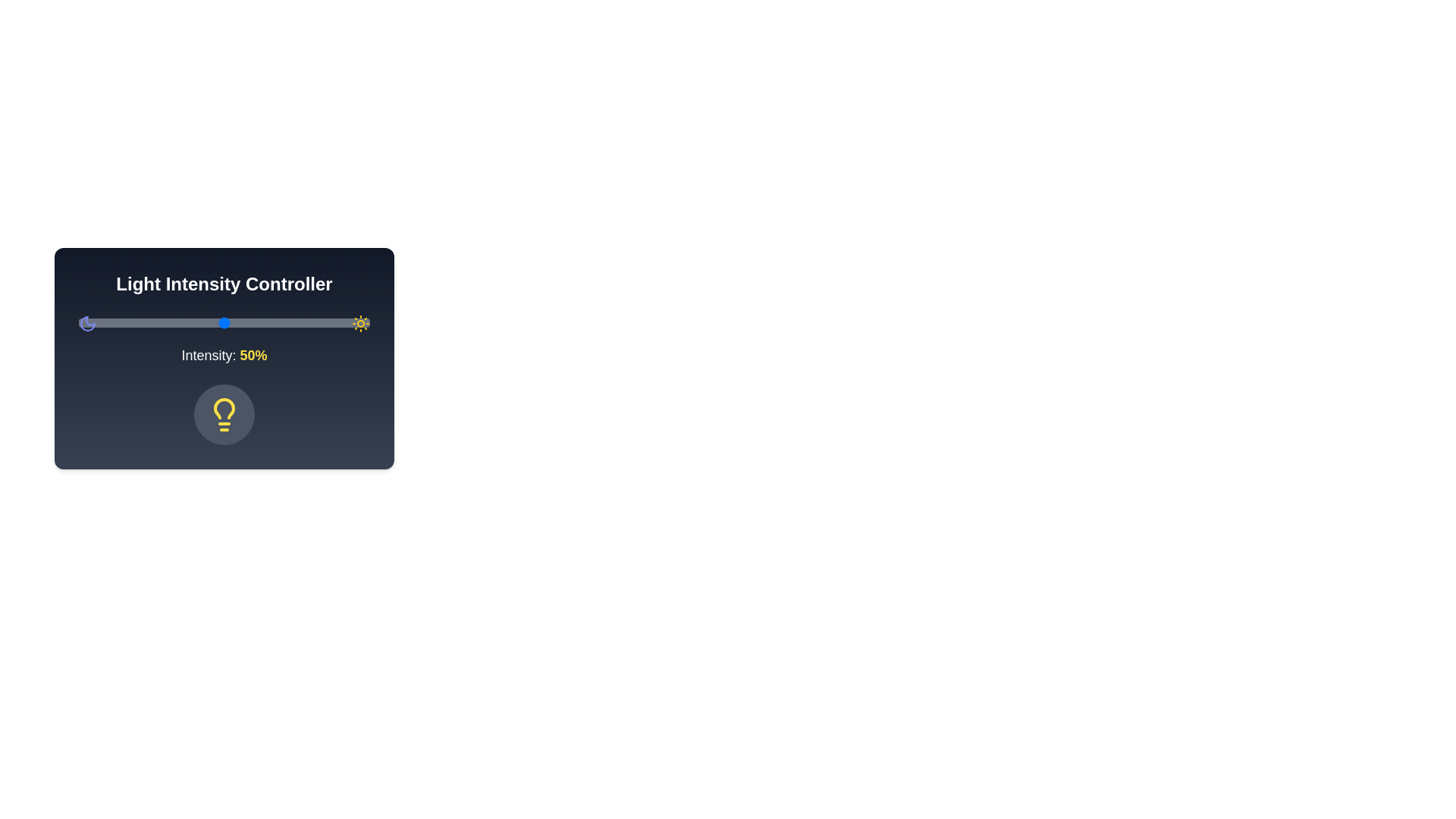 Image resolution: width=1456 pixels, height=819 pixels. Describe the element at coordinates (224, 415) in the screenshot. I see `the lightbulb icon to toggle its state` at that location.